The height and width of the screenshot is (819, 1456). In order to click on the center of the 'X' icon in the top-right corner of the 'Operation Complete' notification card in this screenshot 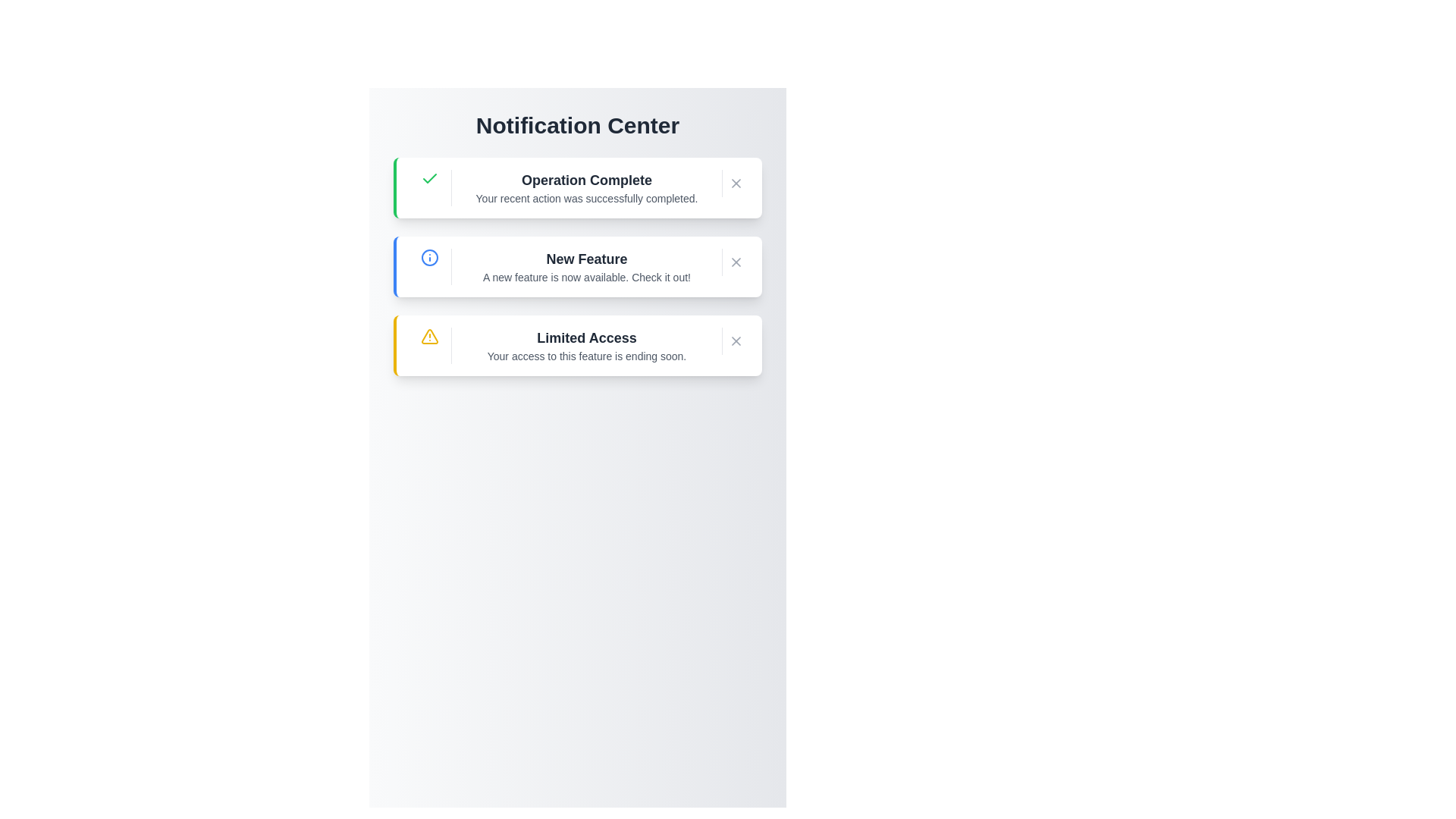, I will do `click(736, 183)`.